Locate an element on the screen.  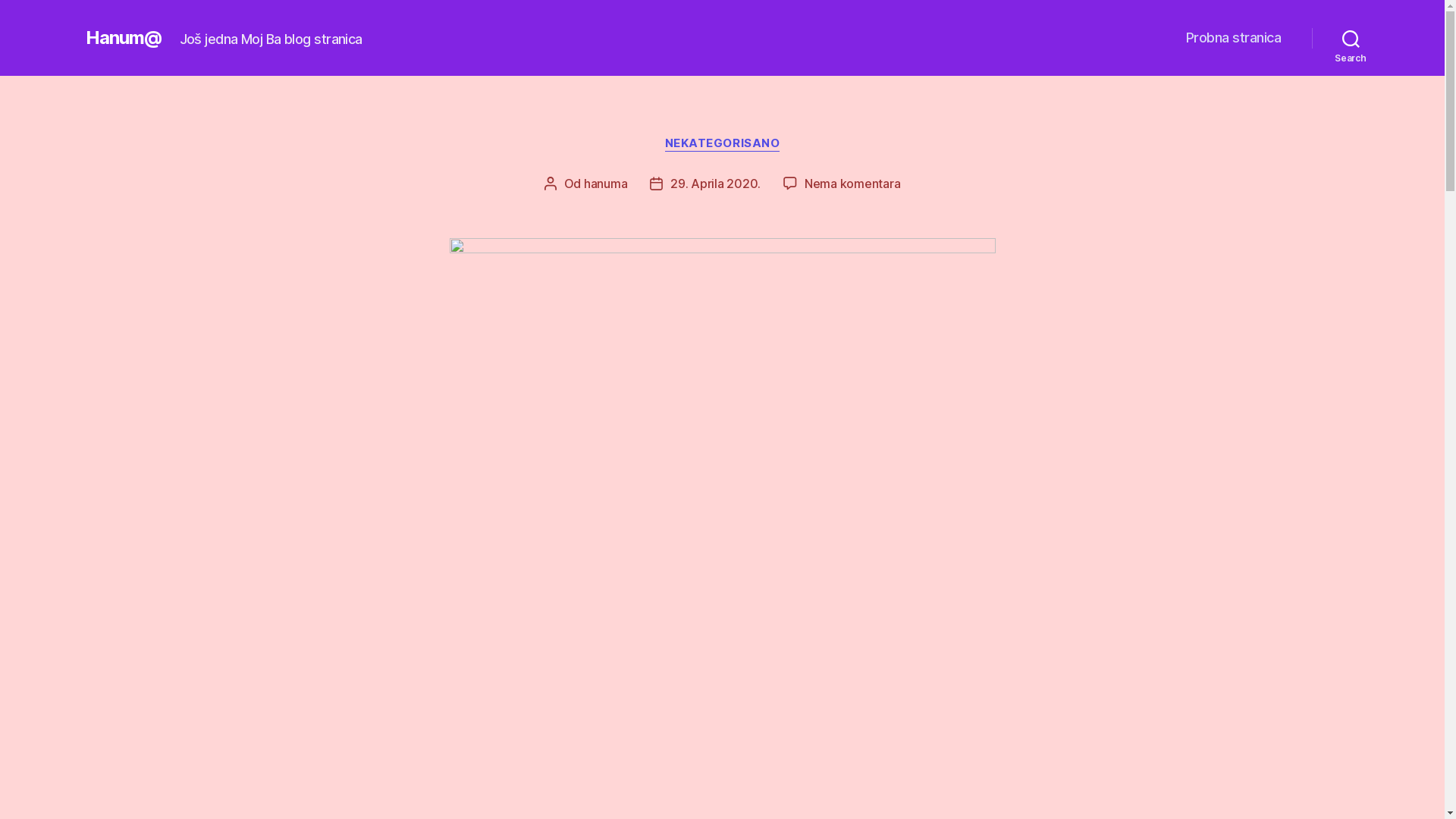
'Probna stranica' is located at coordinates (1234, 37).